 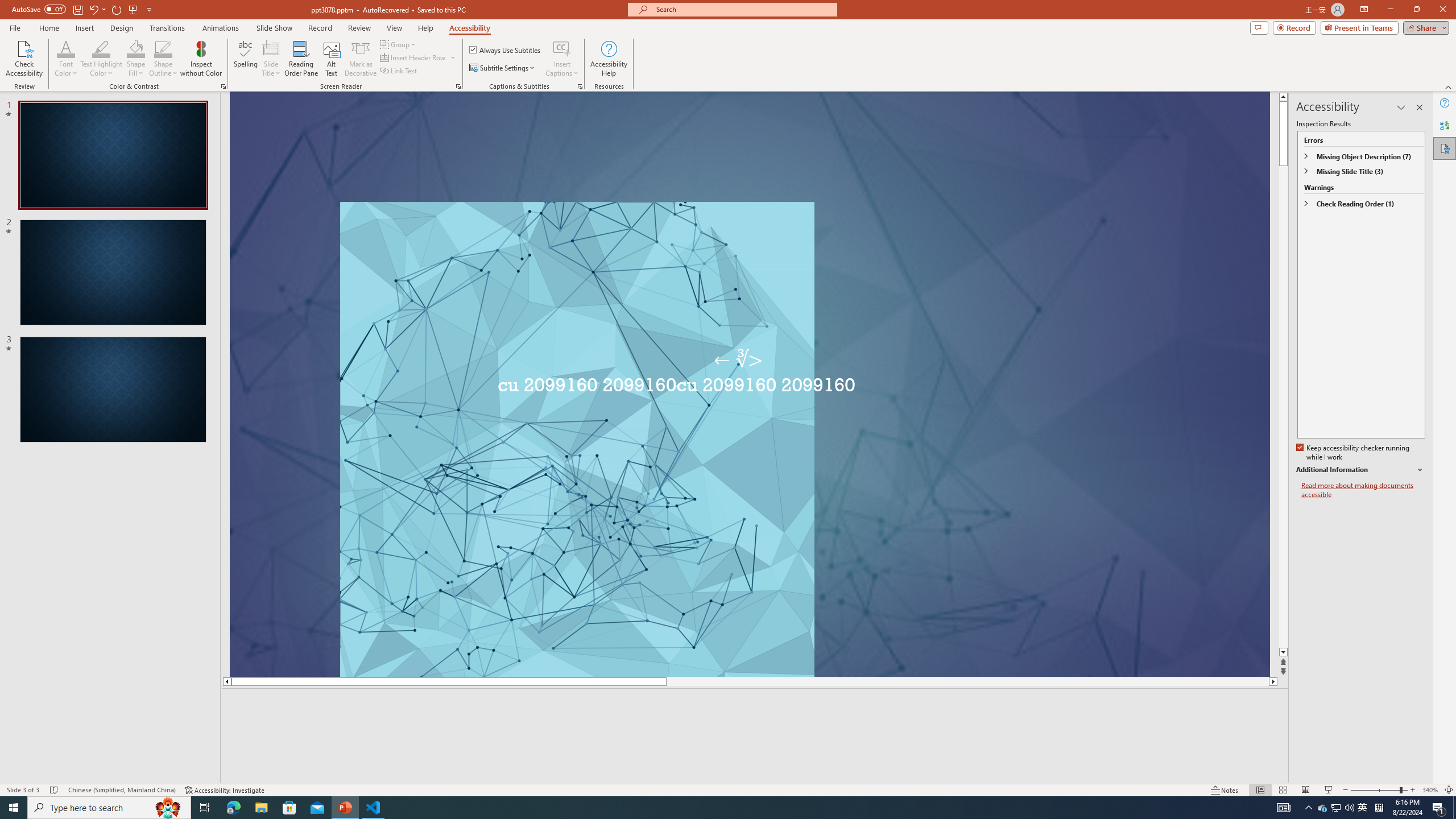 What do you see at coordinates (505, 49) in the screenshot?
I see `'Always Use Subtitles'` at bounding box center [505, 49].